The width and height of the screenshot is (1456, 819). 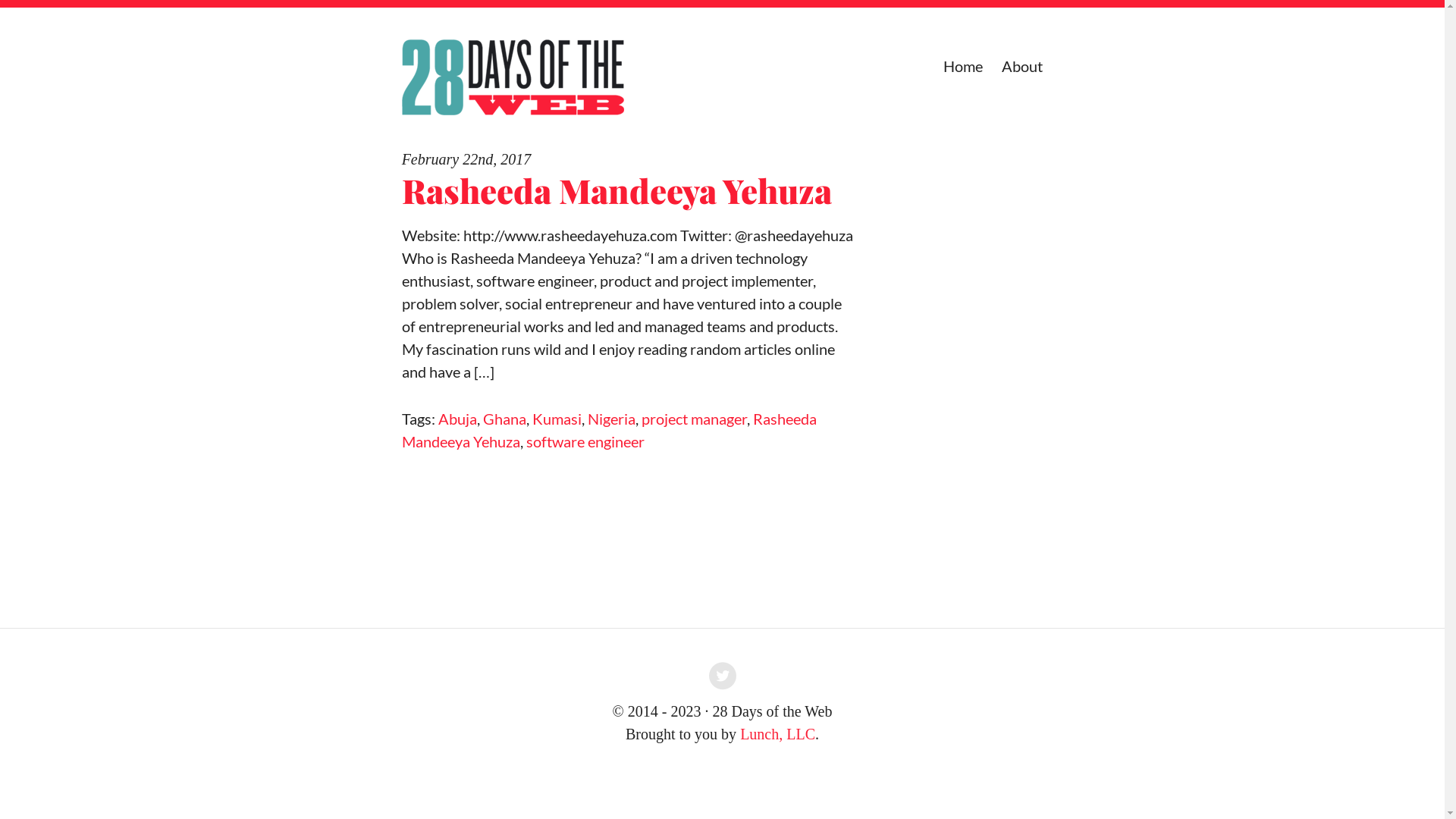 What do you see at coordinates (401, 189) in the screenshot?
I see `'Rasheeda Mandeeya Yehuza'` at bounding box center [401, 189].